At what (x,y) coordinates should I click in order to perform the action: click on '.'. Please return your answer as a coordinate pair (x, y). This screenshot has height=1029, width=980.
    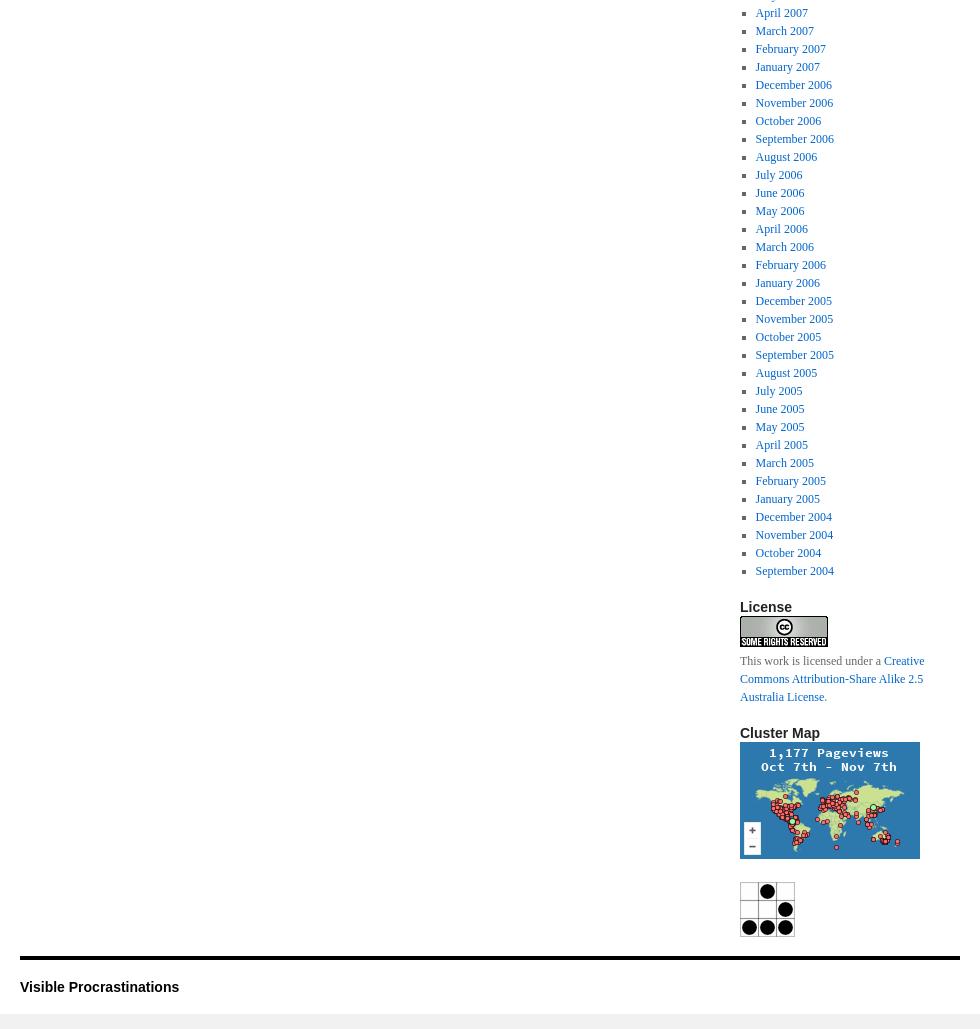
    Looking at the image, I should click on (825, 696).